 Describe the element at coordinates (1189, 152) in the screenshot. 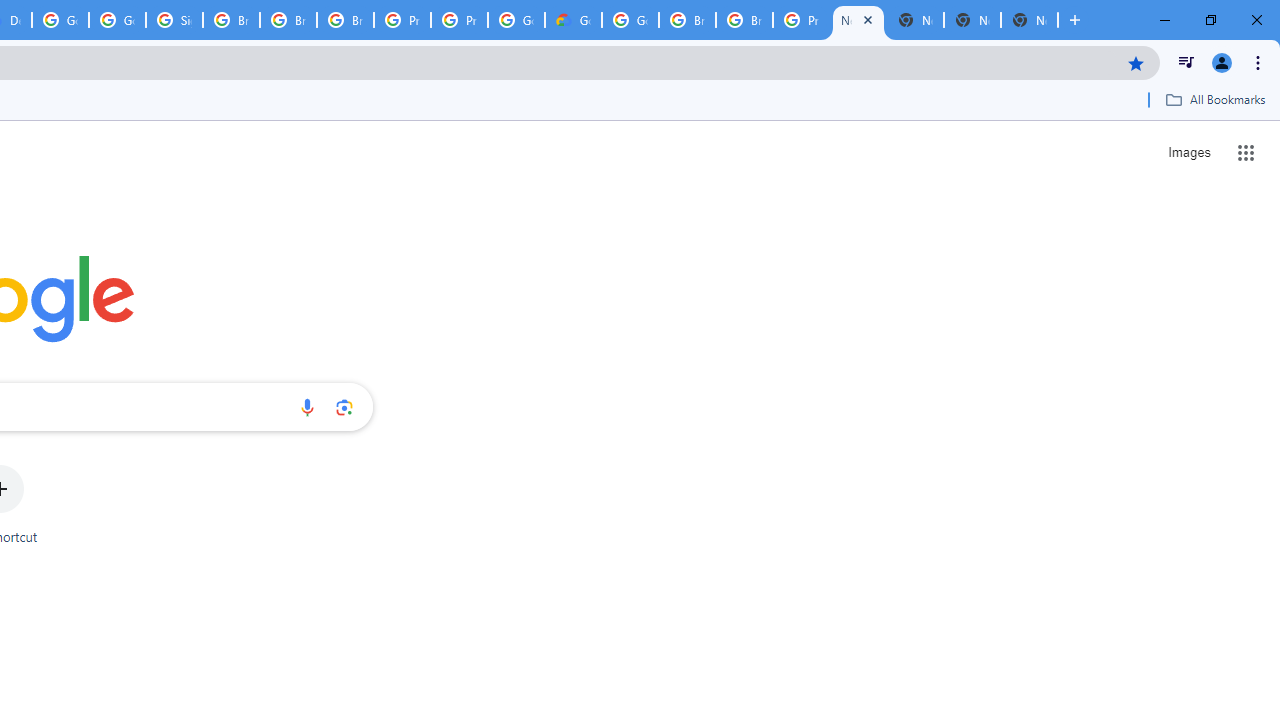

I see `'Search for Images '` at that location.